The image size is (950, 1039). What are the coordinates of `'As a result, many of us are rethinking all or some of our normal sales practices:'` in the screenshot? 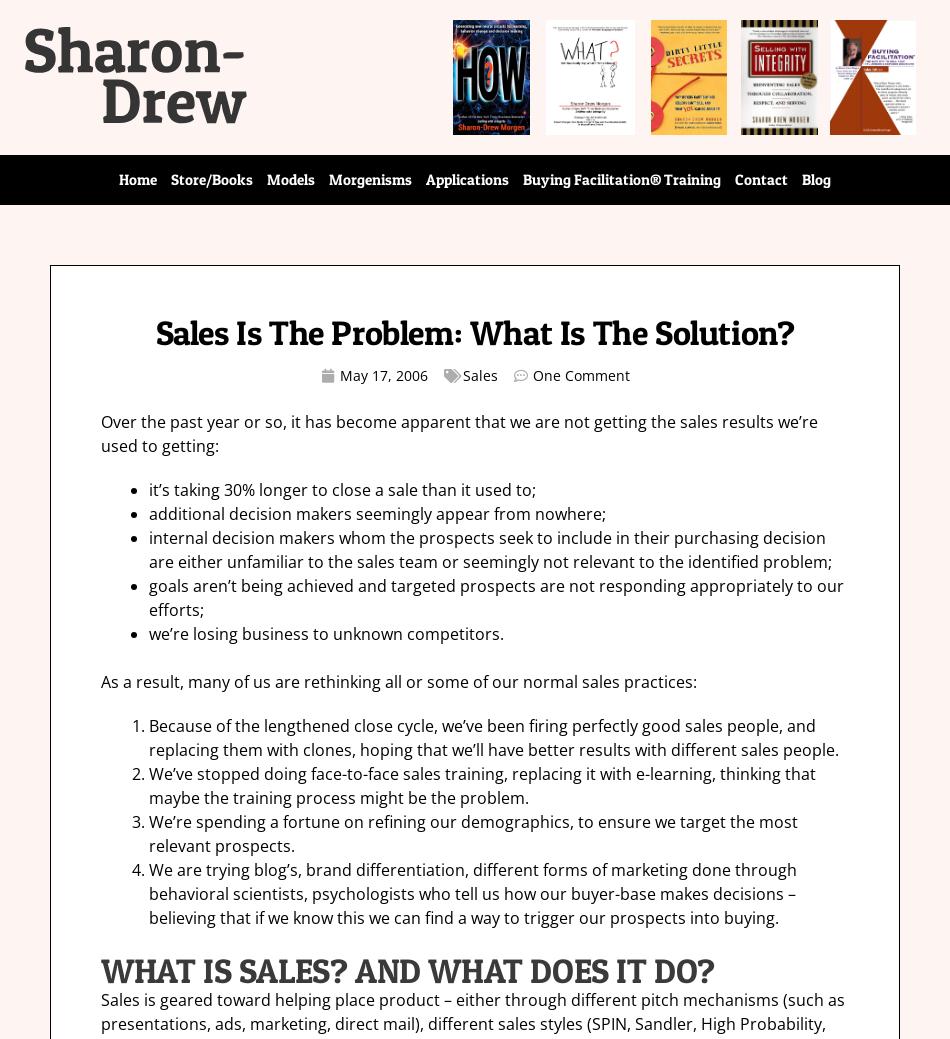 It's located at (398, 681).